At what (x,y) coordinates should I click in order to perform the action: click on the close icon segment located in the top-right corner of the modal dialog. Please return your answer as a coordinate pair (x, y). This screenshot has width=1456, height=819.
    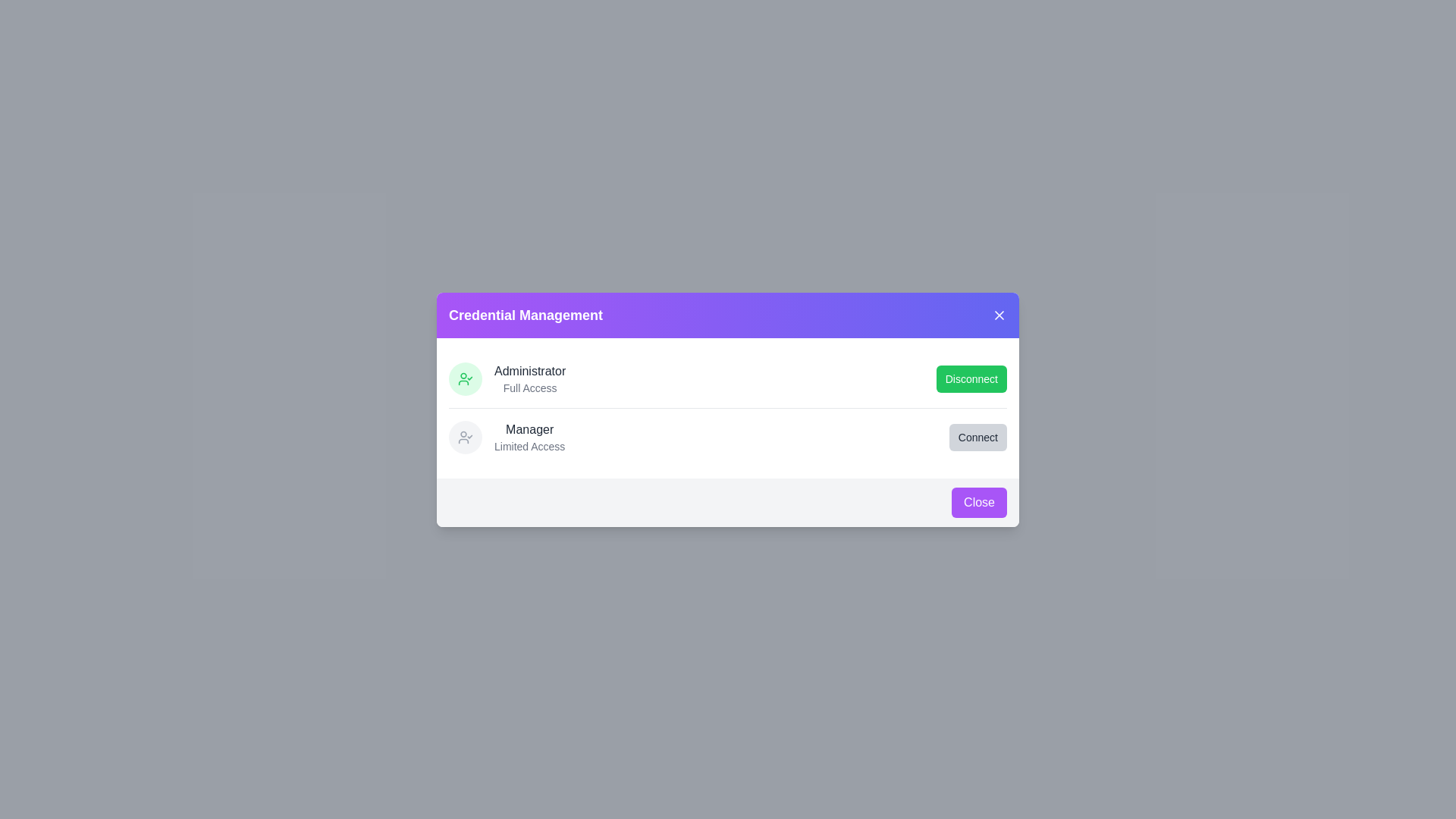
    Looking at the image, I should click on (999, 314).